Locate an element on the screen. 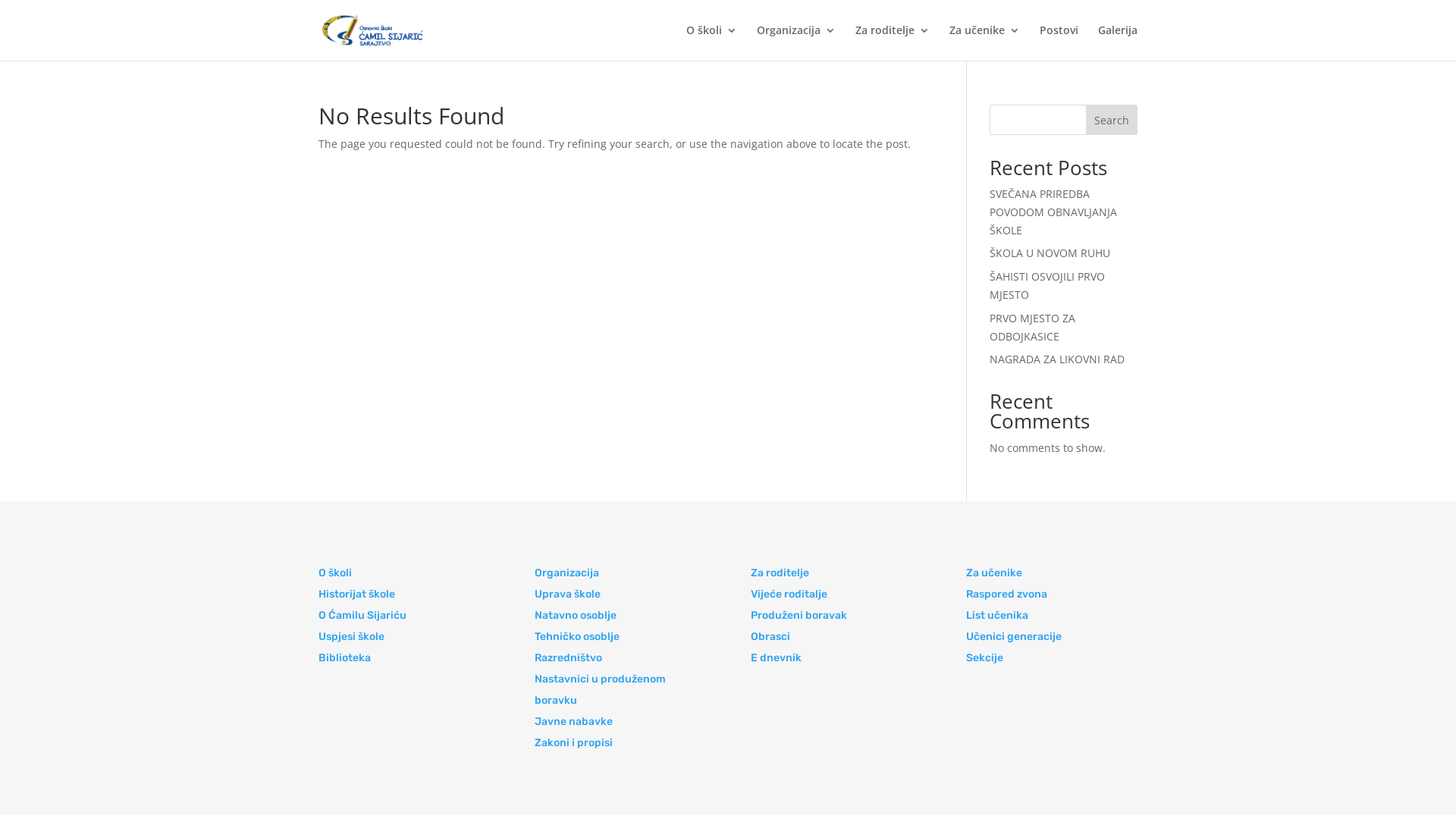 Image resolution: width=1456 pixels, height=819 pixels. 'Organizacija' is located at coordinates (566, 573).